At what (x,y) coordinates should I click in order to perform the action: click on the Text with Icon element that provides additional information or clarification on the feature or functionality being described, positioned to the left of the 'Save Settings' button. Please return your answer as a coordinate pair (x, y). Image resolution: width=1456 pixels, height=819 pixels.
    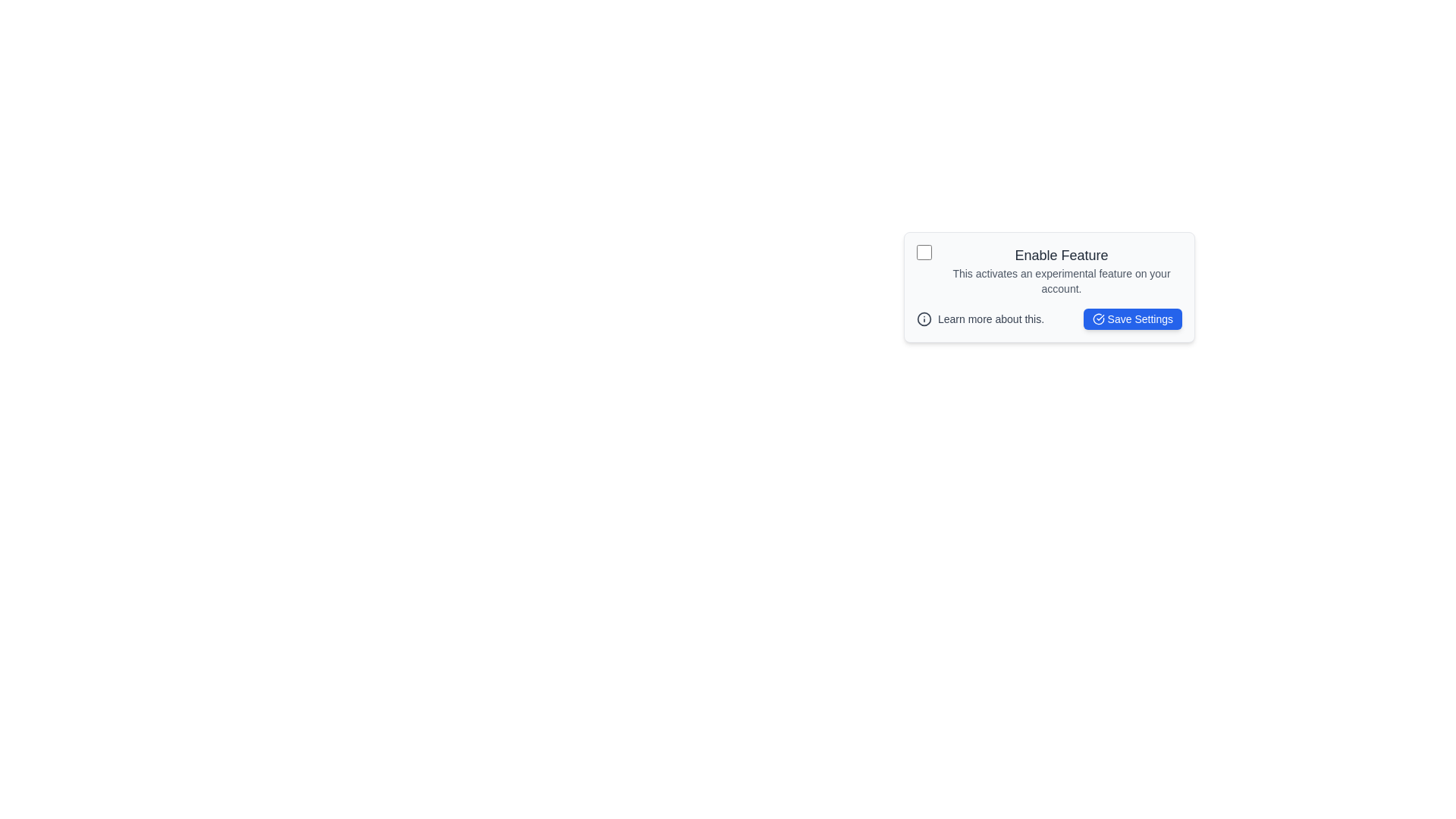
    Looking at the image, I should click on (981, 318).